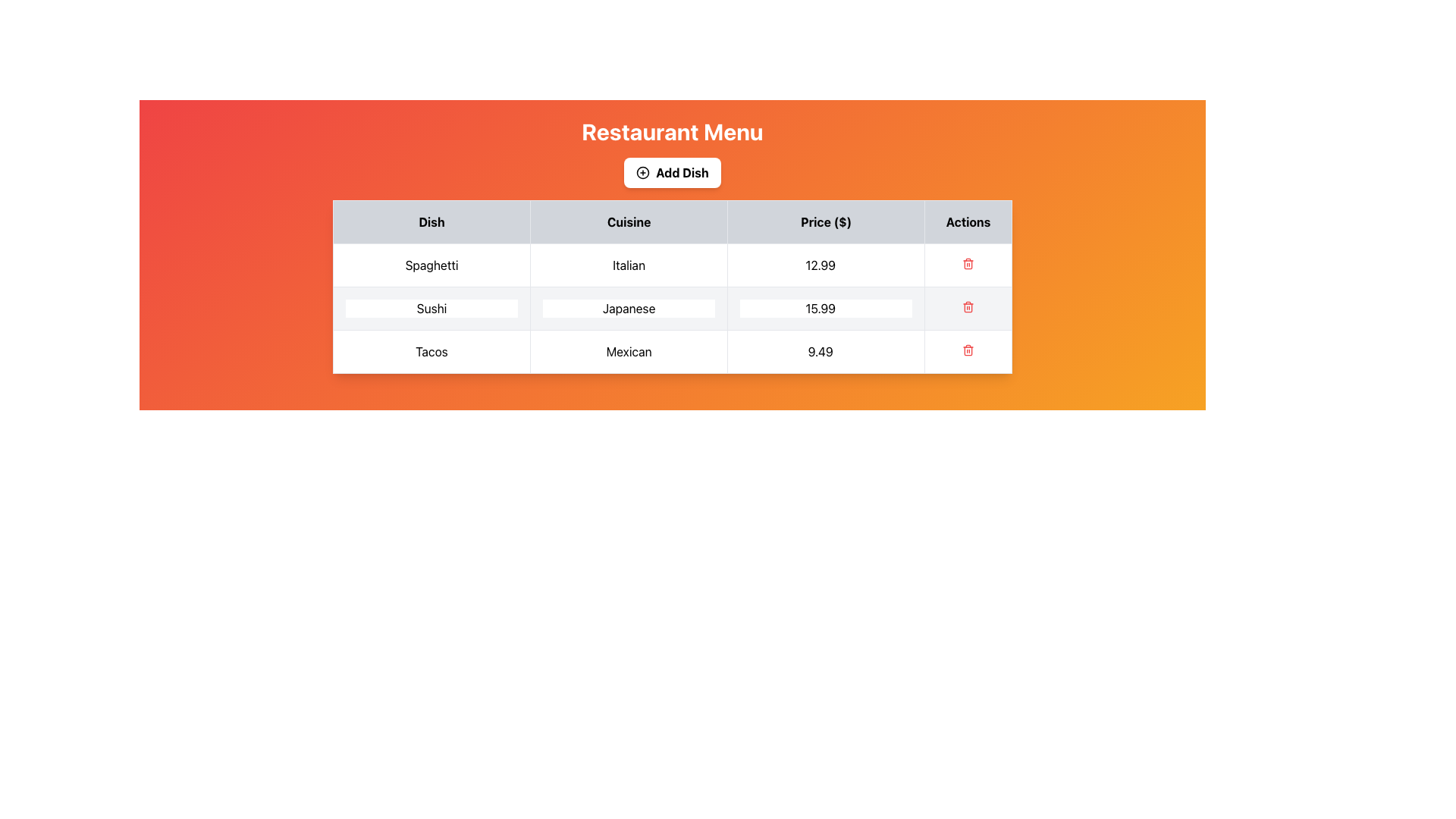 This screenshot has width=1456, height=819. Describe the element at coordinates (825, 265) in the screenshot. I see `the numerical input field displaying the value '12.99' in the restaurant menu` at that location.